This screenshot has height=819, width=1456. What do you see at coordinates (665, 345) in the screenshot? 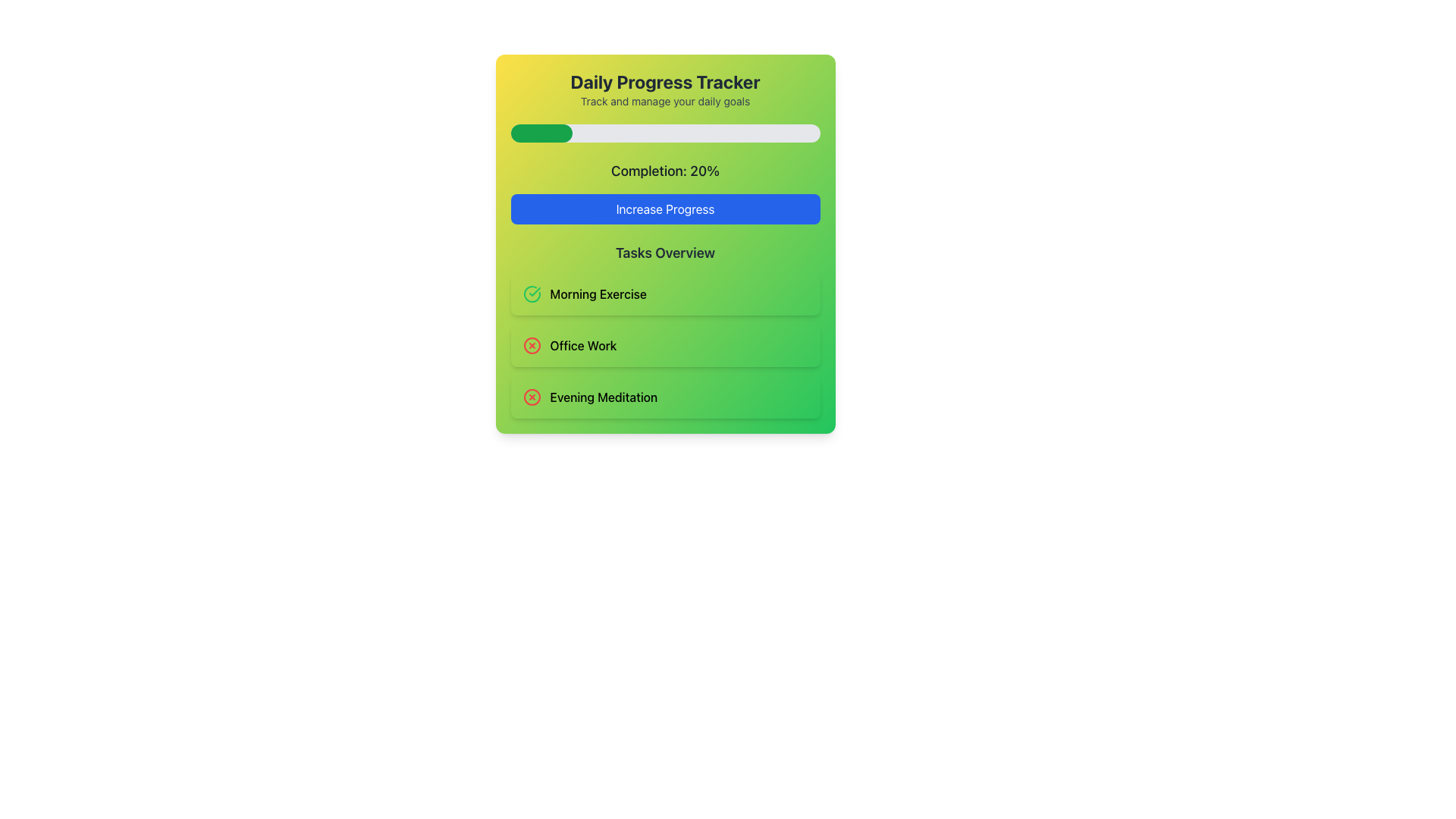
I see `the task labeled 'Office Work' in the 'Tasks Overview' section, which is the second item in the list` at bounding box center [665, 345].